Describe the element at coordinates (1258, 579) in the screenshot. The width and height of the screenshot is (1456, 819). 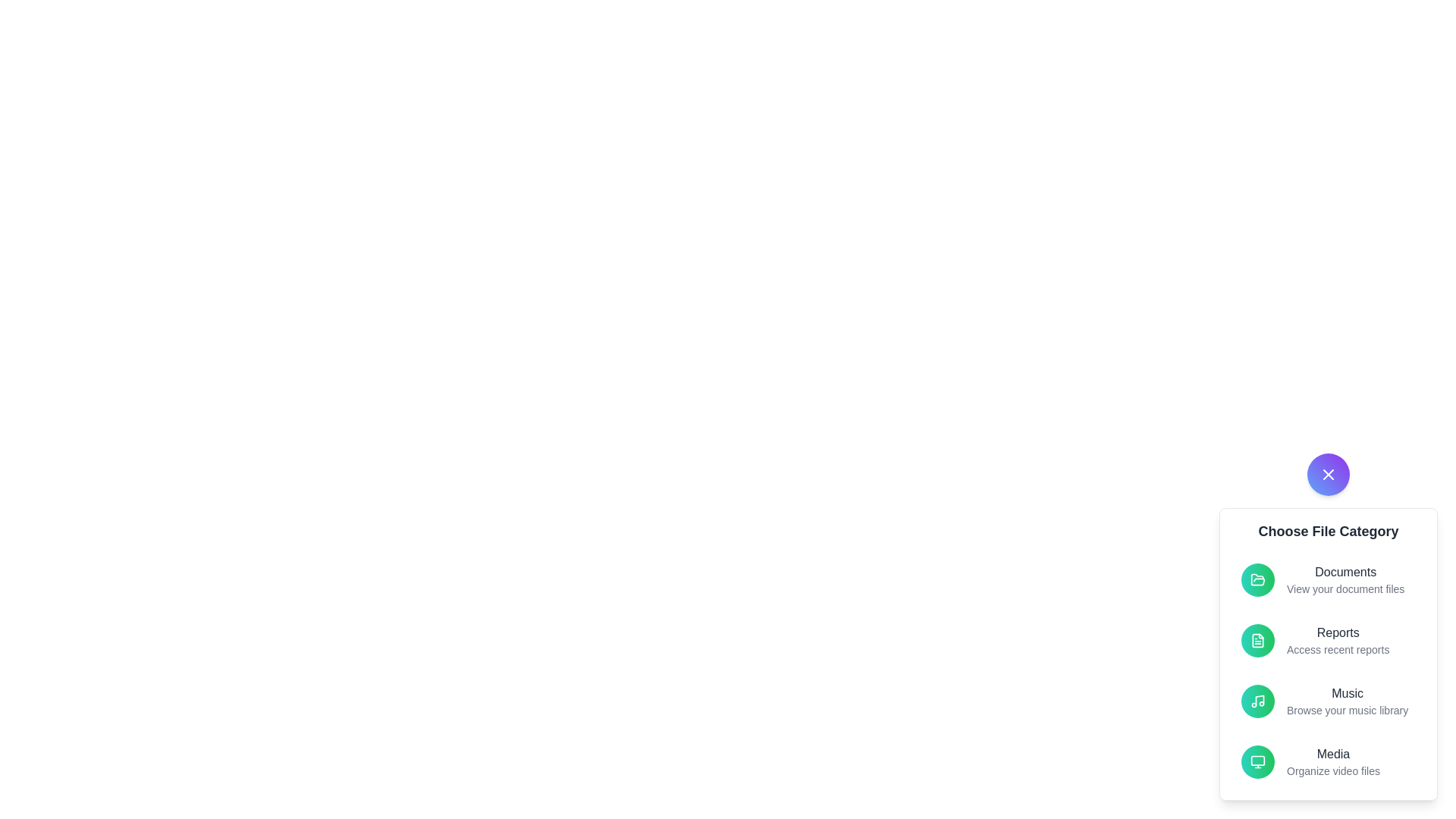
I see `the file category Documents by clicking on its respective button` at that location.